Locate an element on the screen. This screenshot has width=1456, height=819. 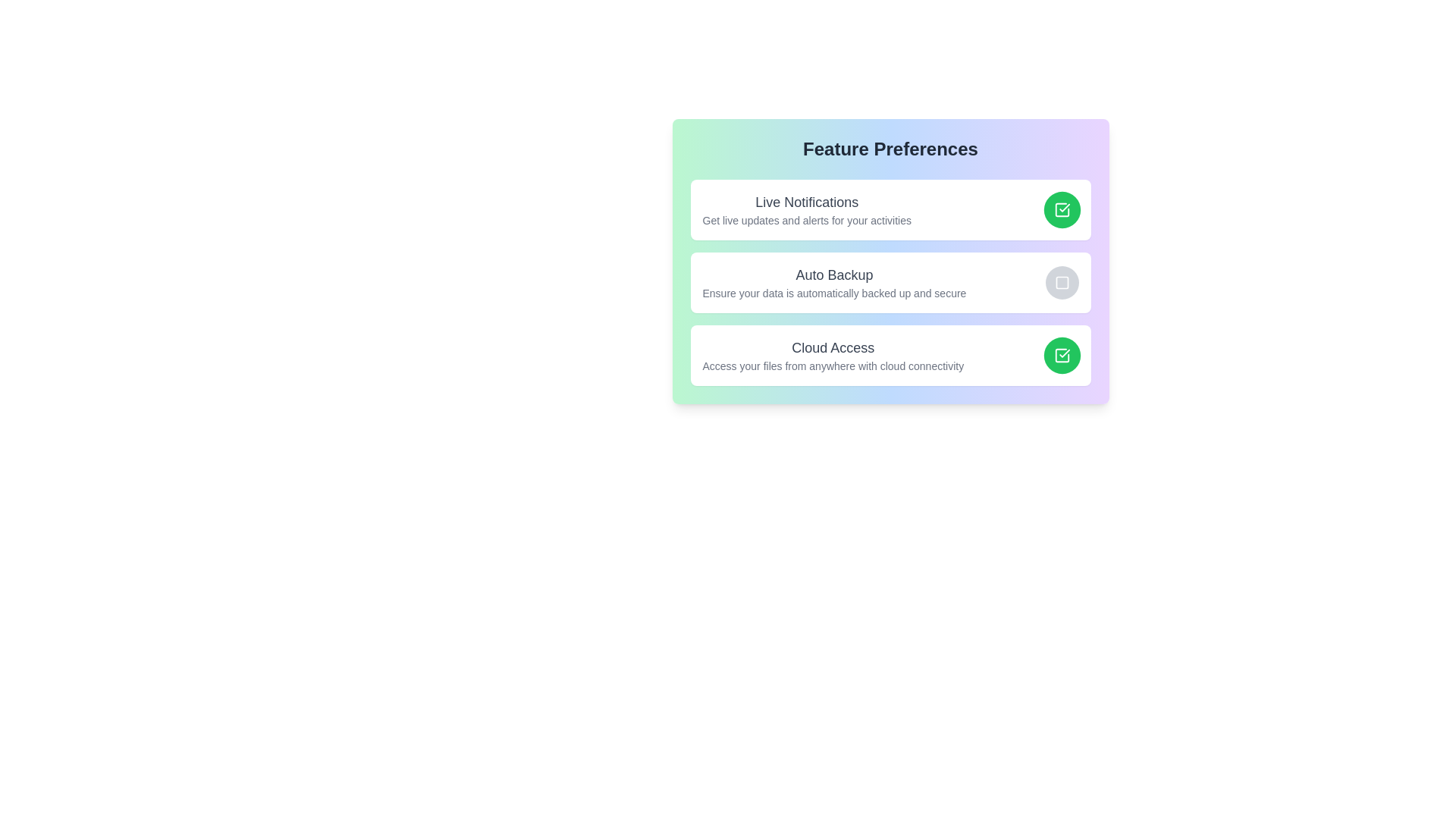
the 'Cloud Access' icon, which is the third icon in a vertical list indicating that the 'Cloud Access' option is enabled is located at coordinates (1063, 208).